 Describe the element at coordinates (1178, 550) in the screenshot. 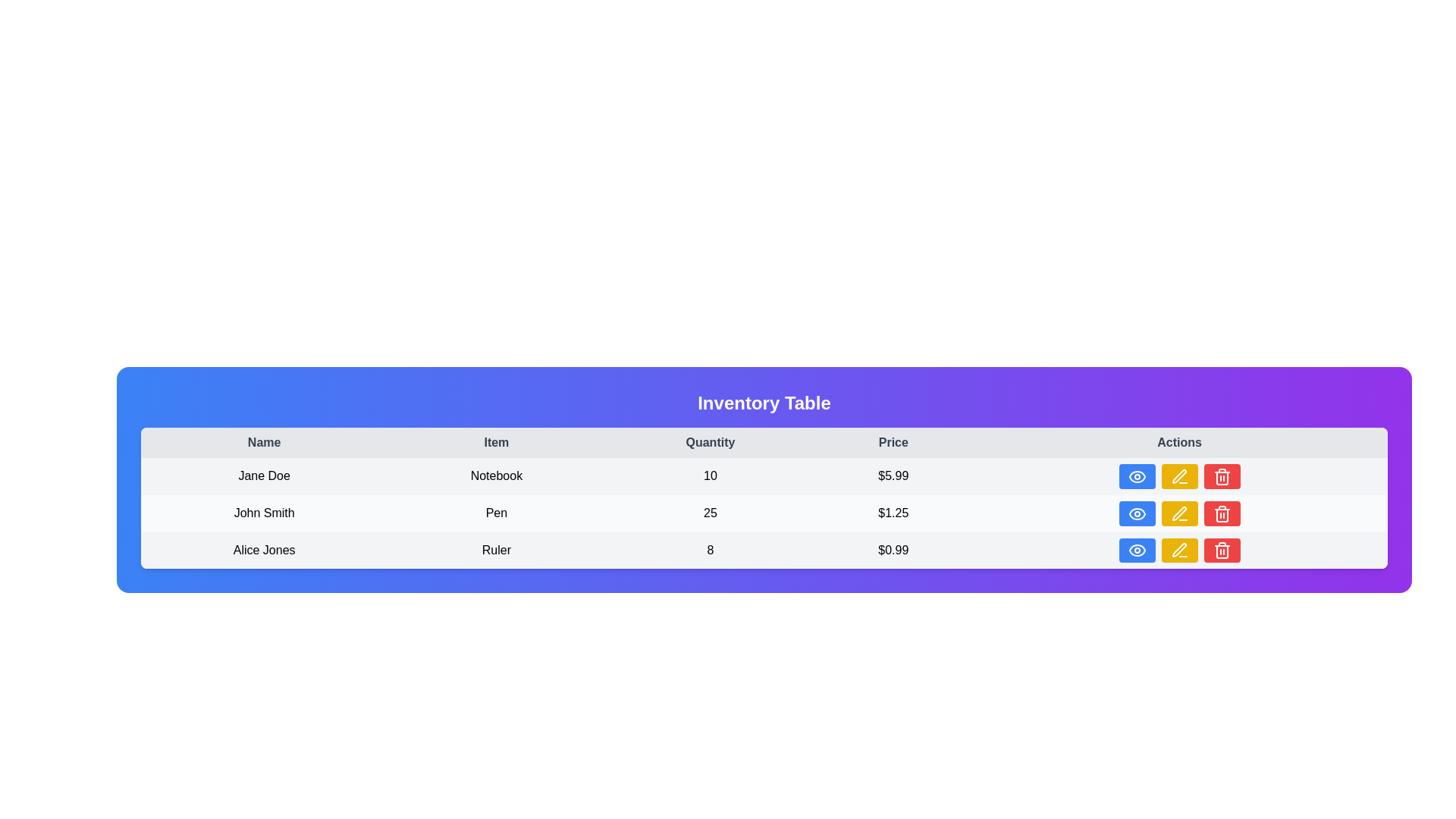

I see `the interactive buttons in the 'Actions' column of the last row of the 'Inventory Table' for the item 'Ruler' owned by 'Alice Jones'` at that location.